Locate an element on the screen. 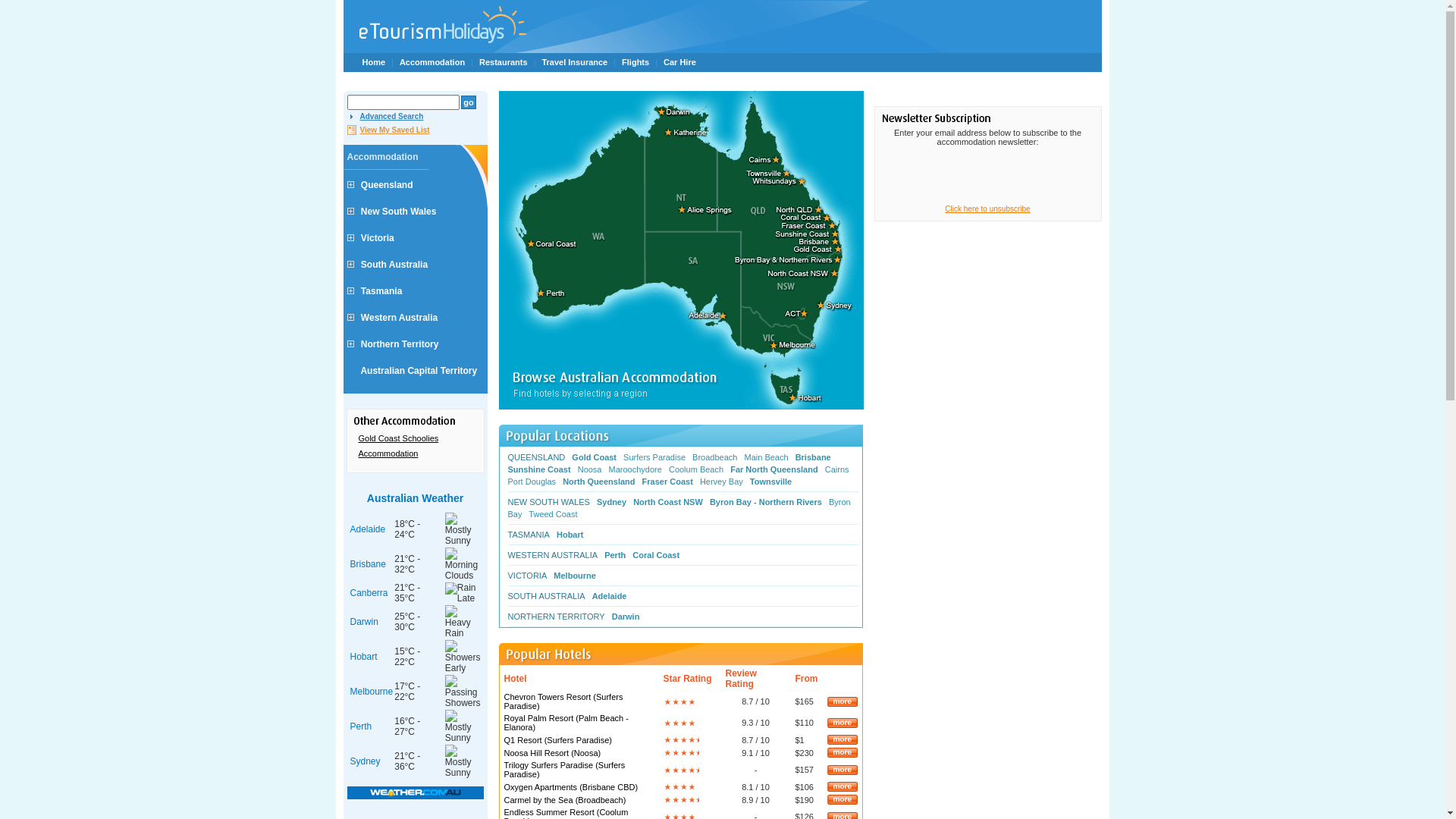 This screenshot has width=1456, height=819. 'VICTORIA' is located at coordinates (508, 576).